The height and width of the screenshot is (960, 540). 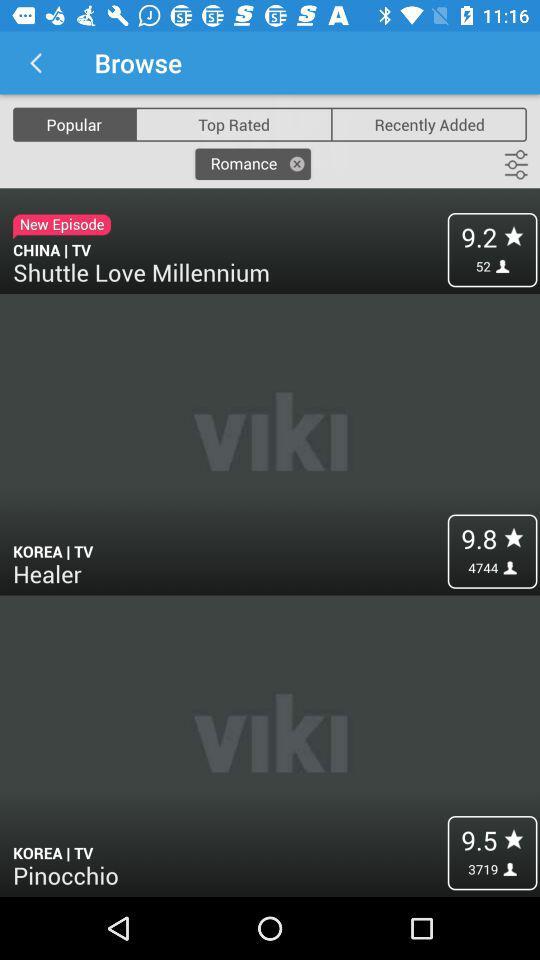 What do you see at coordinates (253, 163) in the screenshot?
I see `the icon above china | tv` at bounding box center [253, 163].